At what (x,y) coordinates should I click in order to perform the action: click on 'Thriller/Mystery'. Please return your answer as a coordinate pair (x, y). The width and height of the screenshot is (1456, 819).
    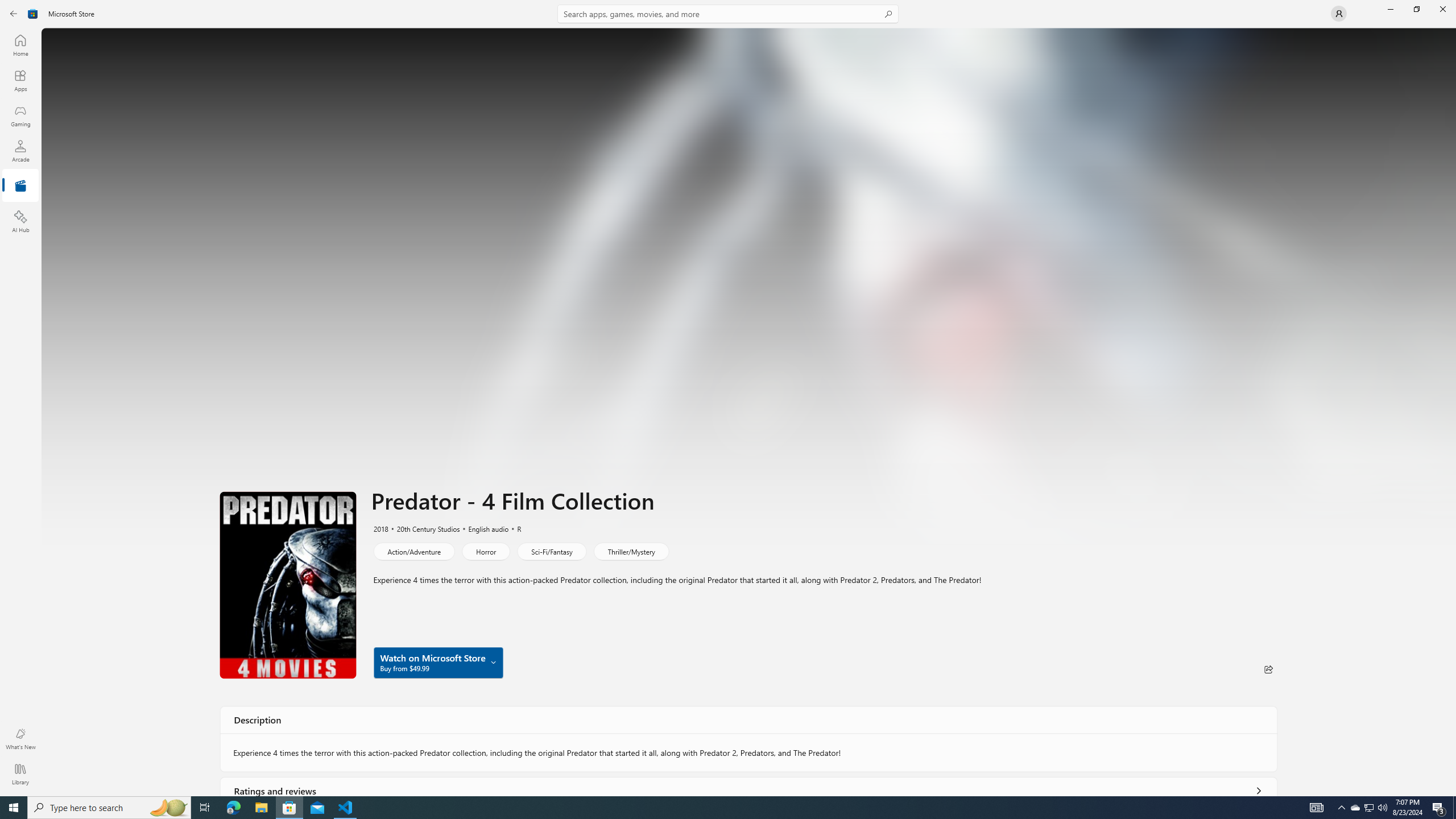
    Looking at the image, I should click on (630, 551).